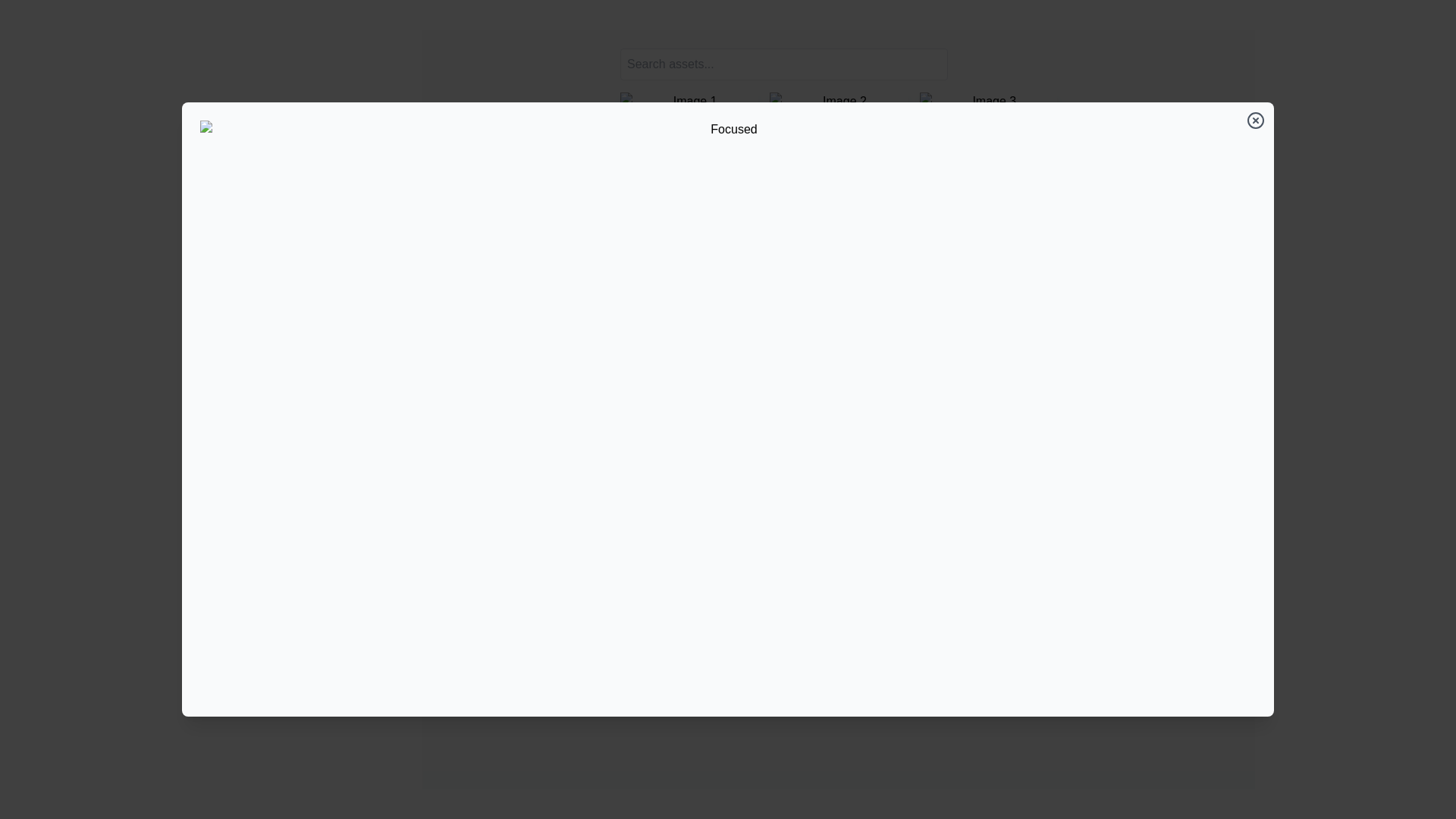 The image size is (1456, 819). What do you see at coordinates (1256, 119) in the screenshot?
I see `the close button located at the top-right corner of the dialog box` at bounding box center [1256, 119].